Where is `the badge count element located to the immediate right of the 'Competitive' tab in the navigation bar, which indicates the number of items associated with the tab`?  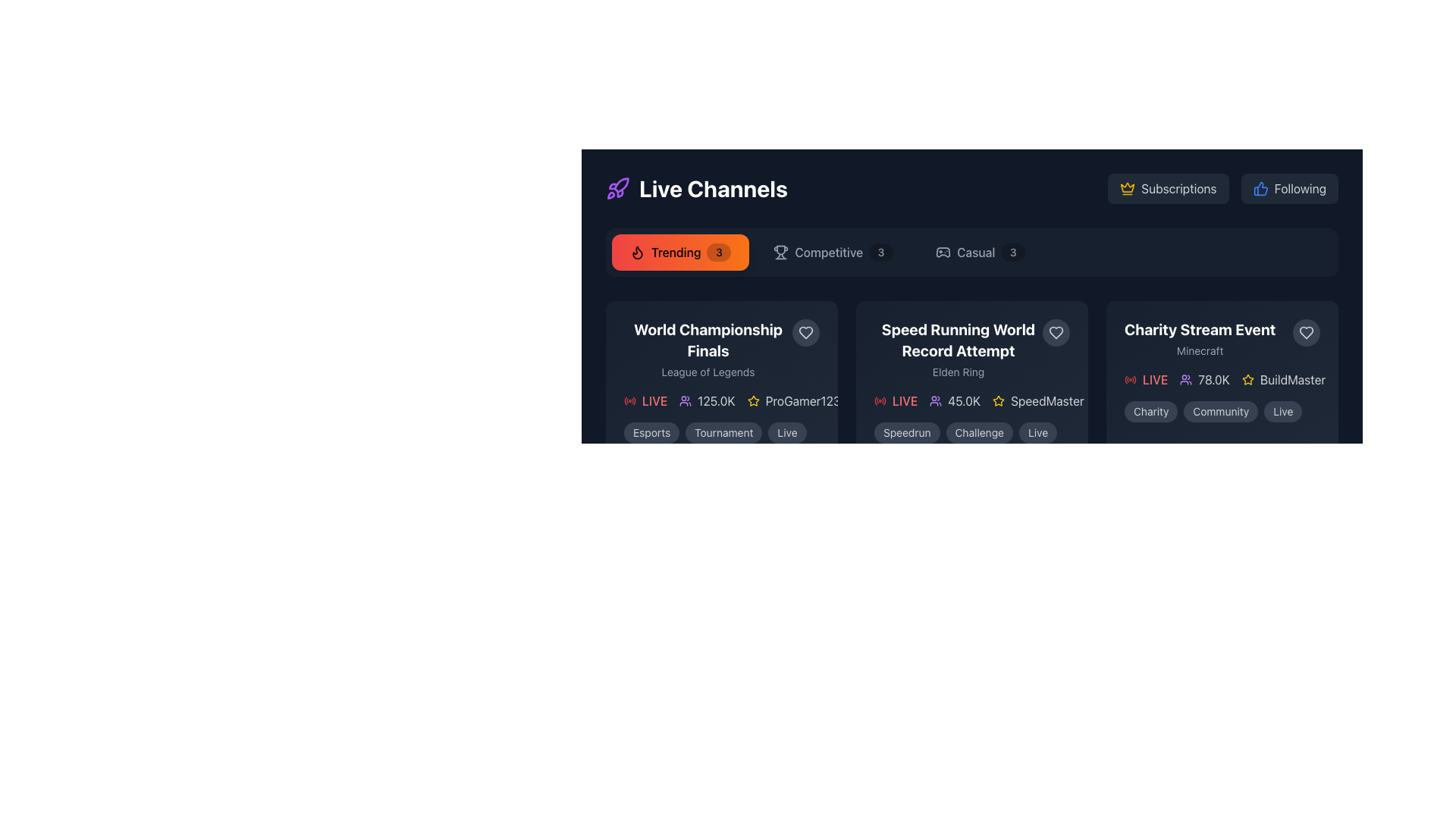 the badge count element located to the immediate right of the 'Competitive' tab in the navigation bar, which indicates the number of items associated with the tab is located at coordinates (880, 251).